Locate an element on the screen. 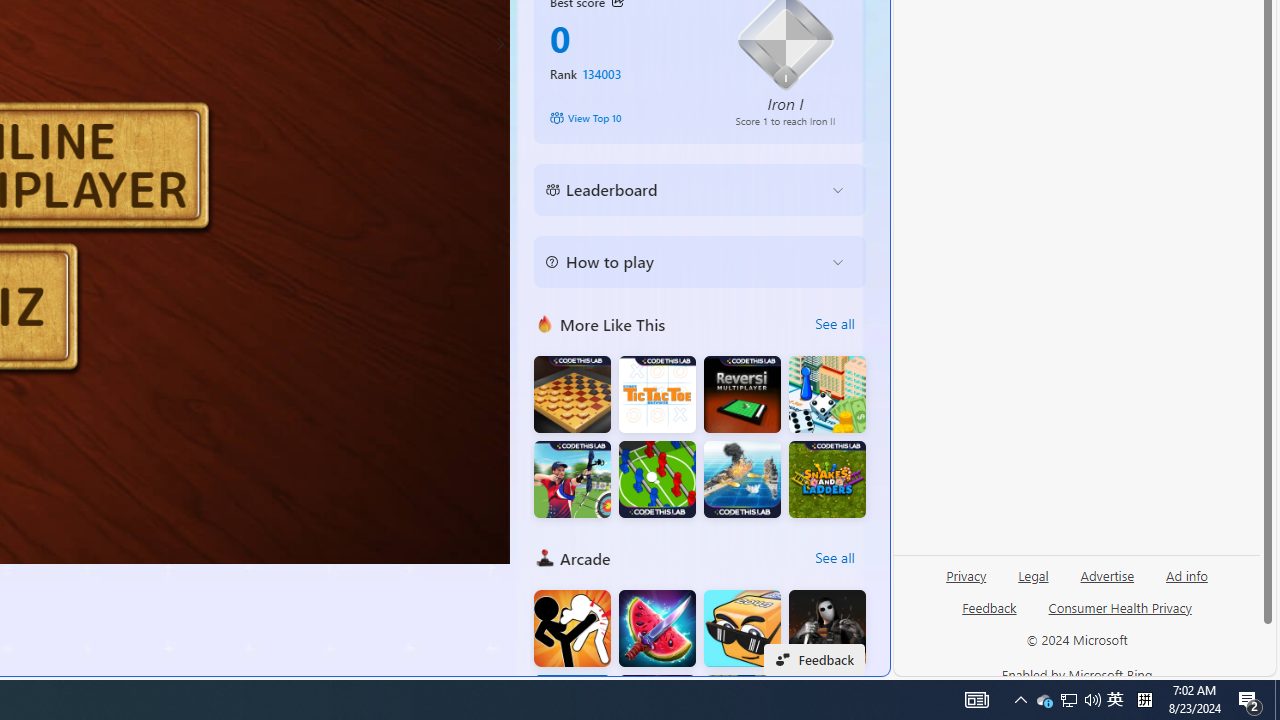 This screenshot has height=720, width=1280. 'Snakes and Ladders' is located at coordinates (827, 479).